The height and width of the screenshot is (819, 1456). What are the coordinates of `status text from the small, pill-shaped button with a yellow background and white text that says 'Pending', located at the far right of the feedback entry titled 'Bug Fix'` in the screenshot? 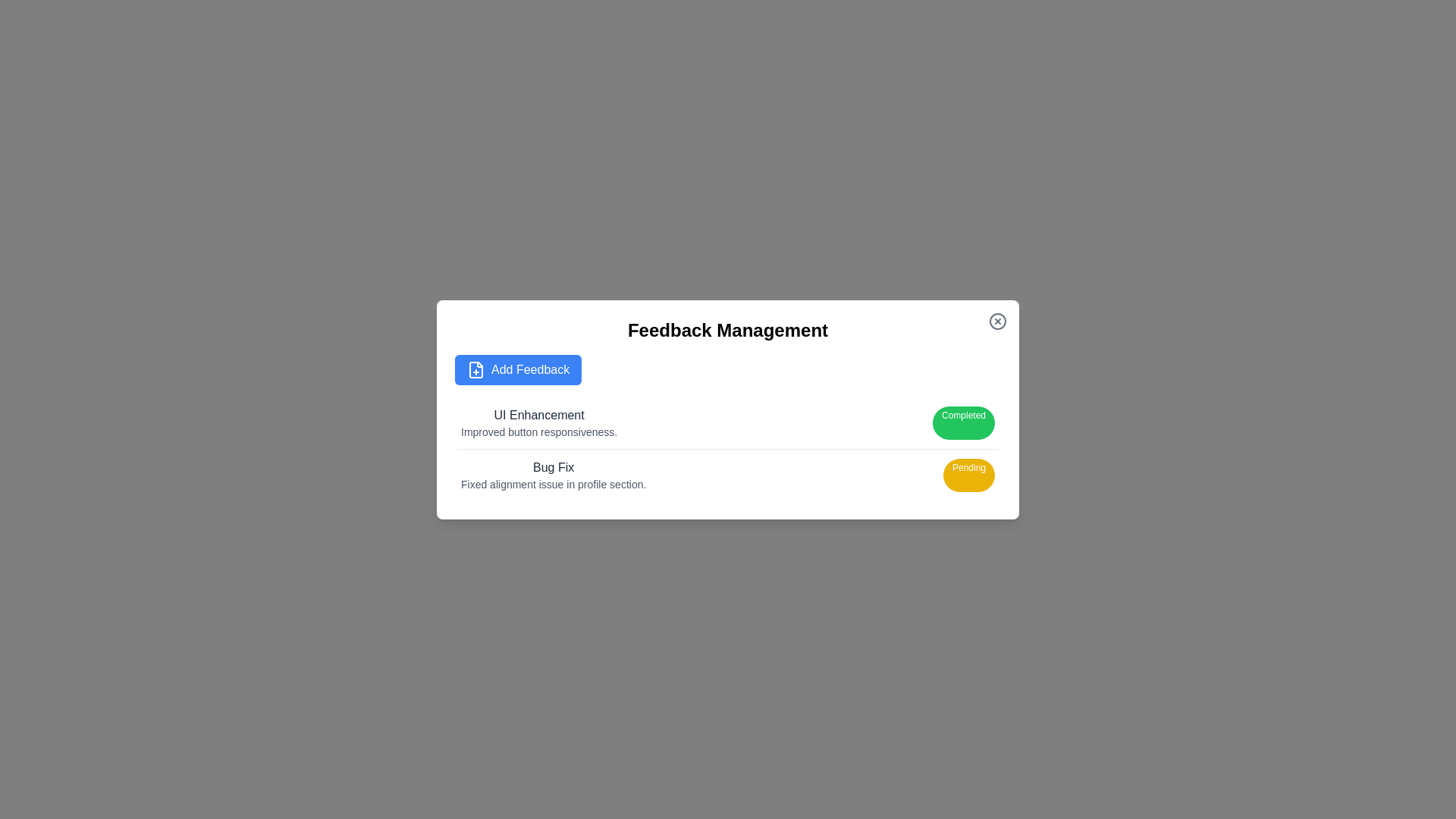 It's located at (968, 474).